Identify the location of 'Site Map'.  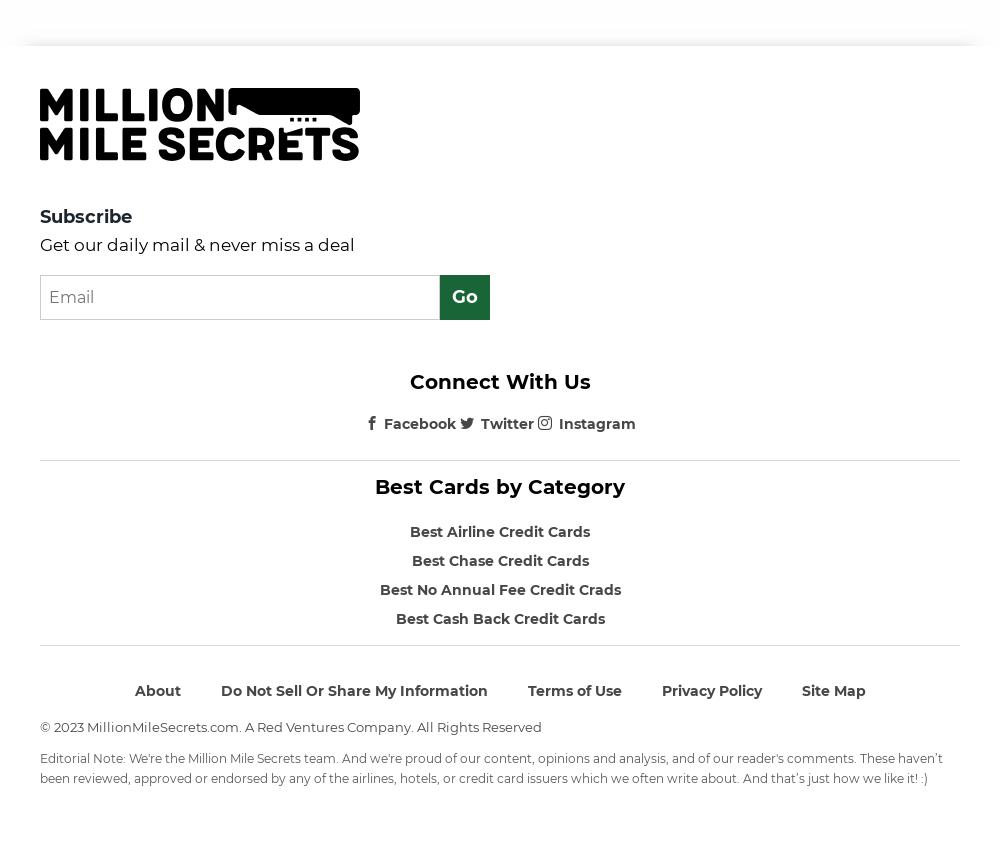
(832, 689).